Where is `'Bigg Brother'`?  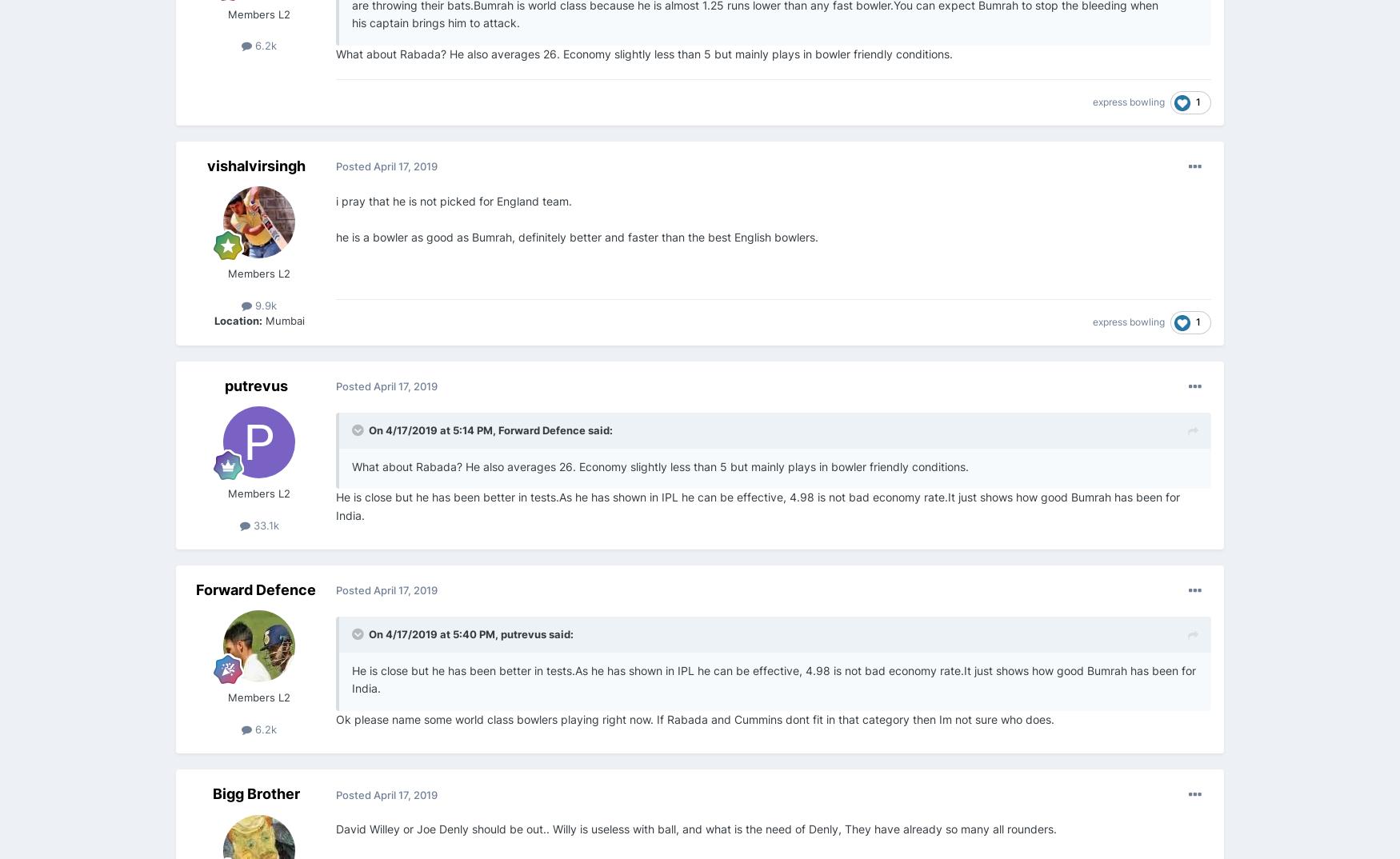 'Bigg Brother' is located at coordinates (255, 793).